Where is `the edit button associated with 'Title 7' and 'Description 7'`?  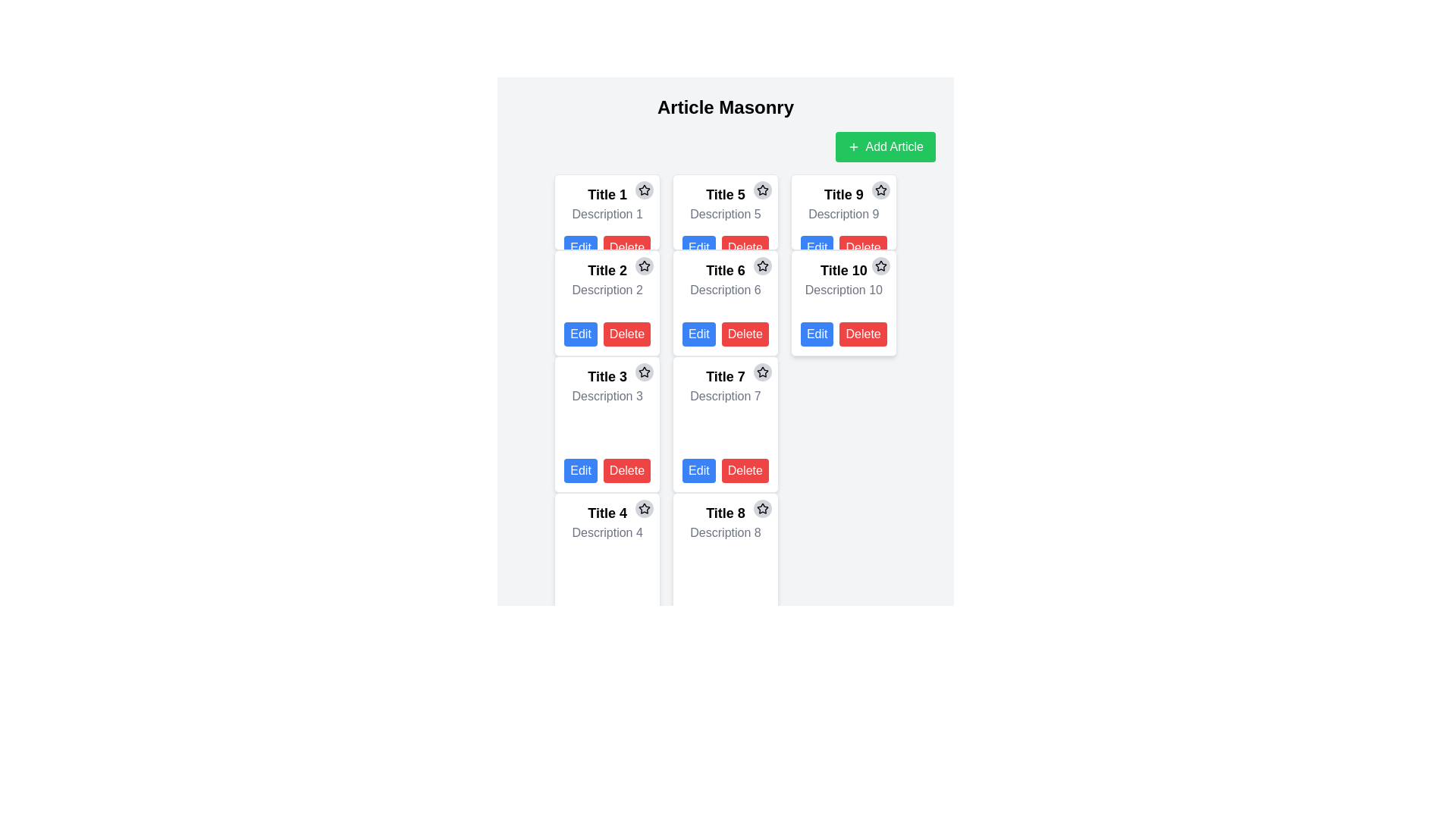 the edit button associated with 'Title 7' and 'Description 7' is located at coordinates (698, 470).